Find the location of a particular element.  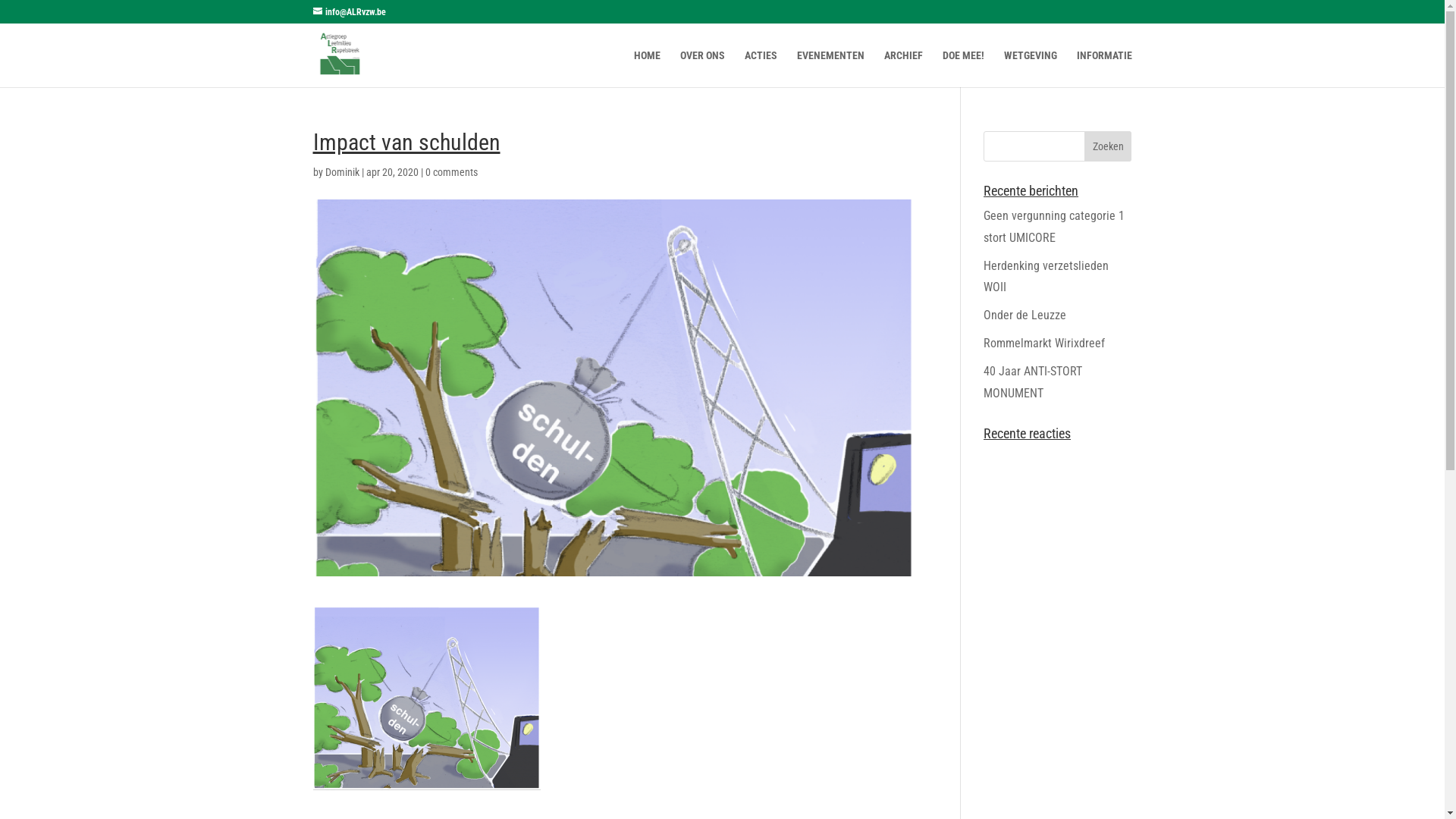

'Dominik' is located at coordinates (340, 171).